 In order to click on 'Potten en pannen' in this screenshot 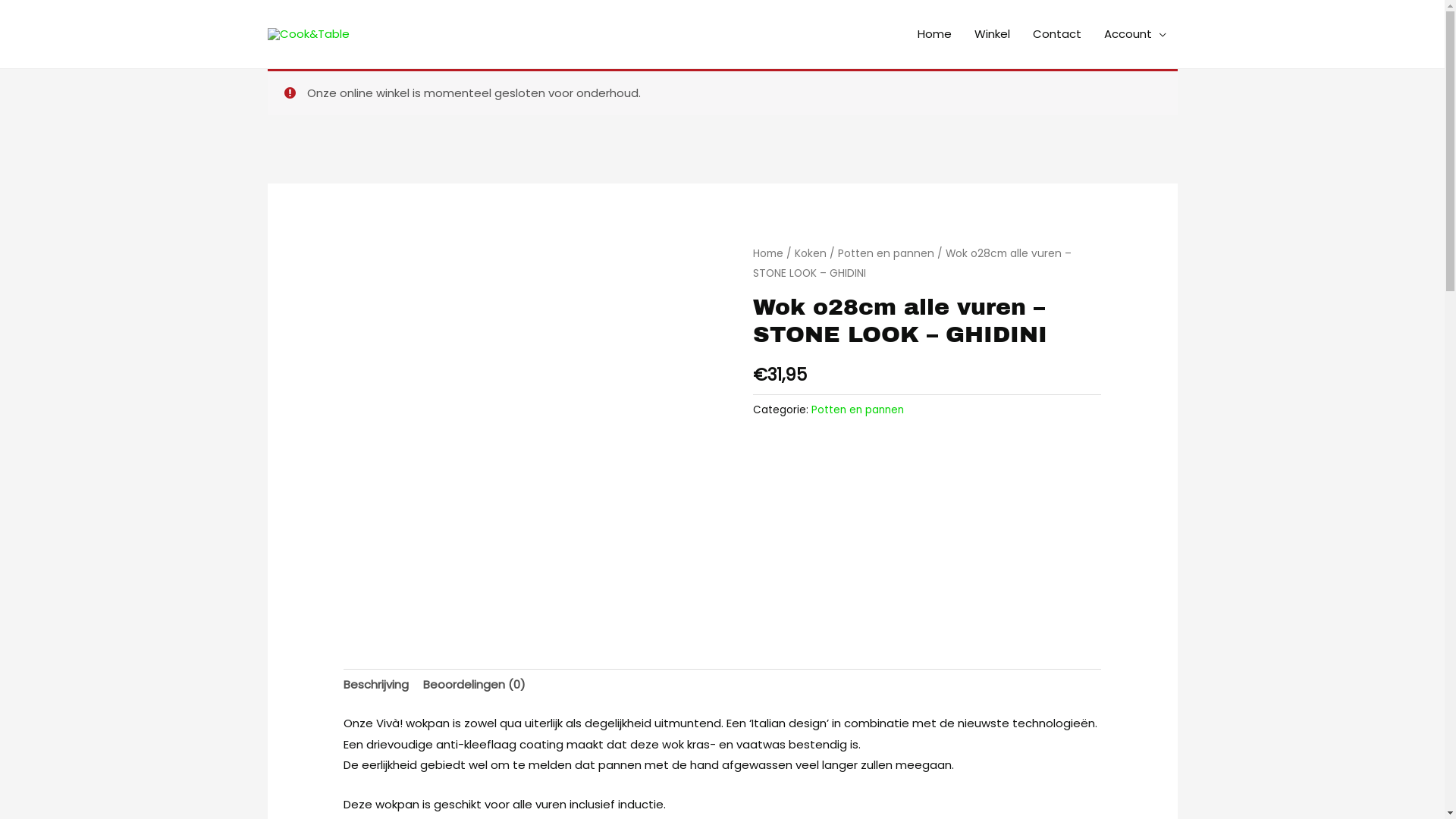, I will do `click(836, 253)`.